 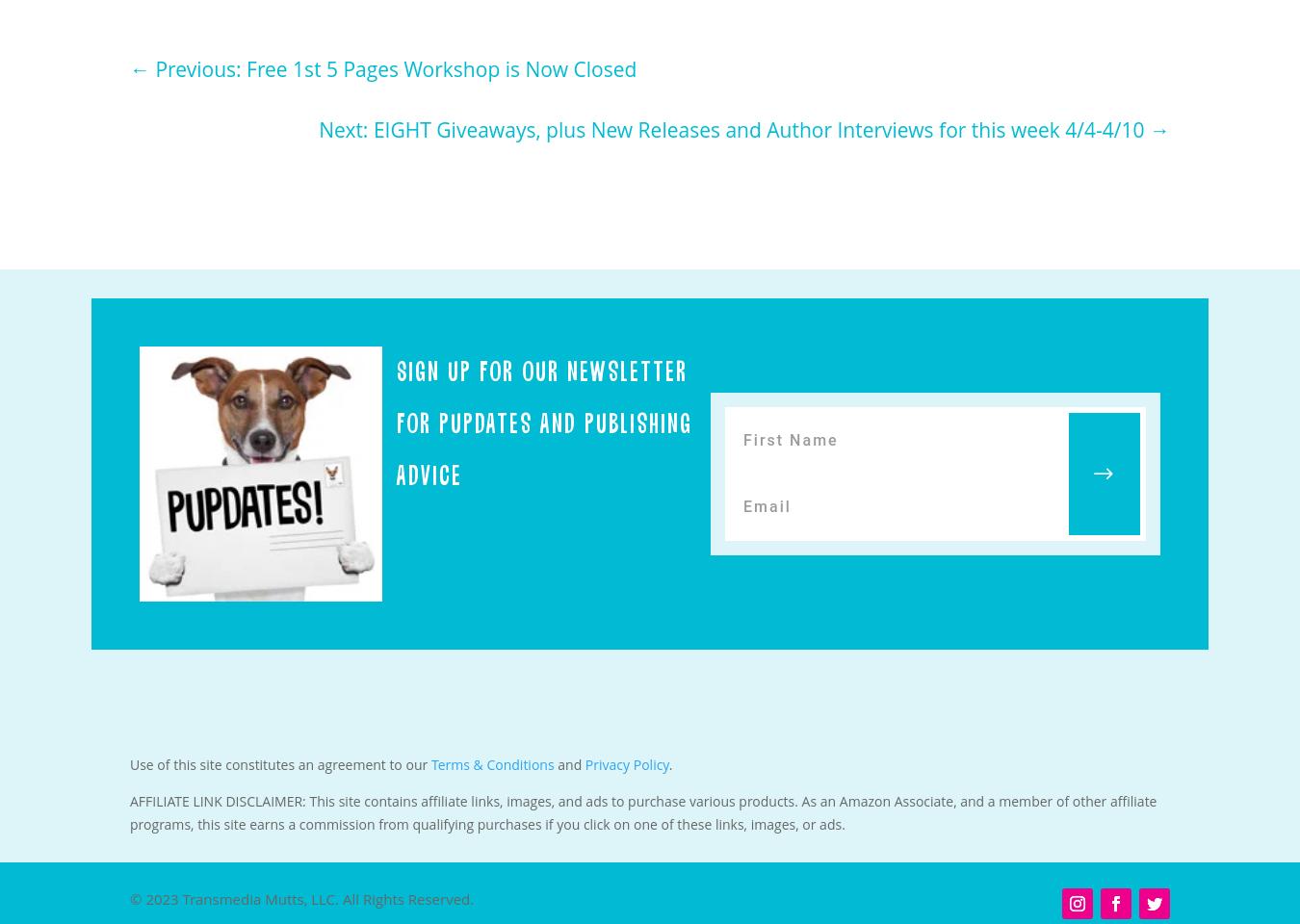 What do you see at coordinates (544, 423) in the screenshot?
I see `'Sign up for our newsletter for pupdates and publishing advice'` at bounding box center [544, 423].